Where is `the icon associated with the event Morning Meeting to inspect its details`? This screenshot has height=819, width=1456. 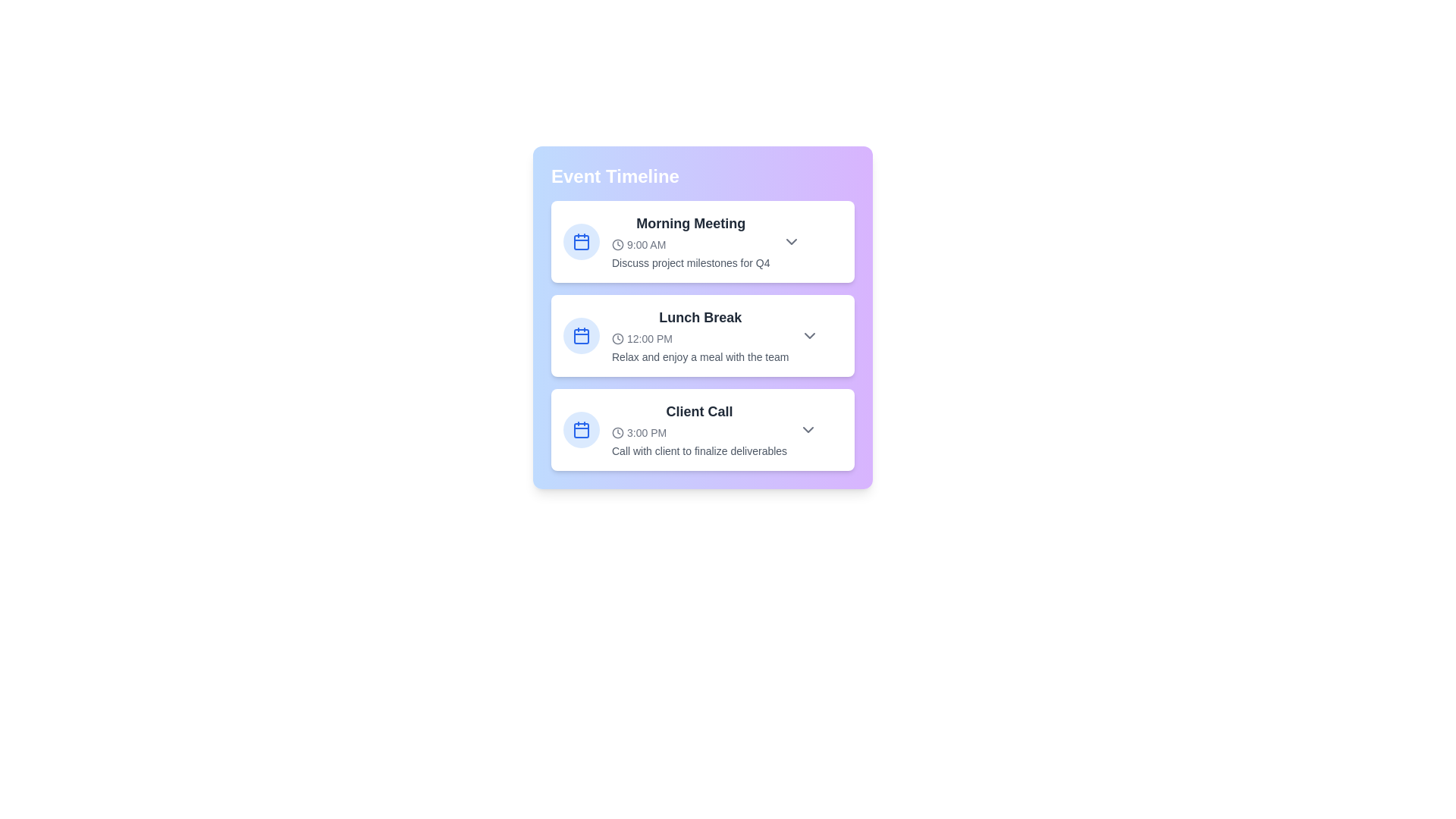 the icon associated with the event Morning Meeting to inspect its details is located at coordinates (581, 241).